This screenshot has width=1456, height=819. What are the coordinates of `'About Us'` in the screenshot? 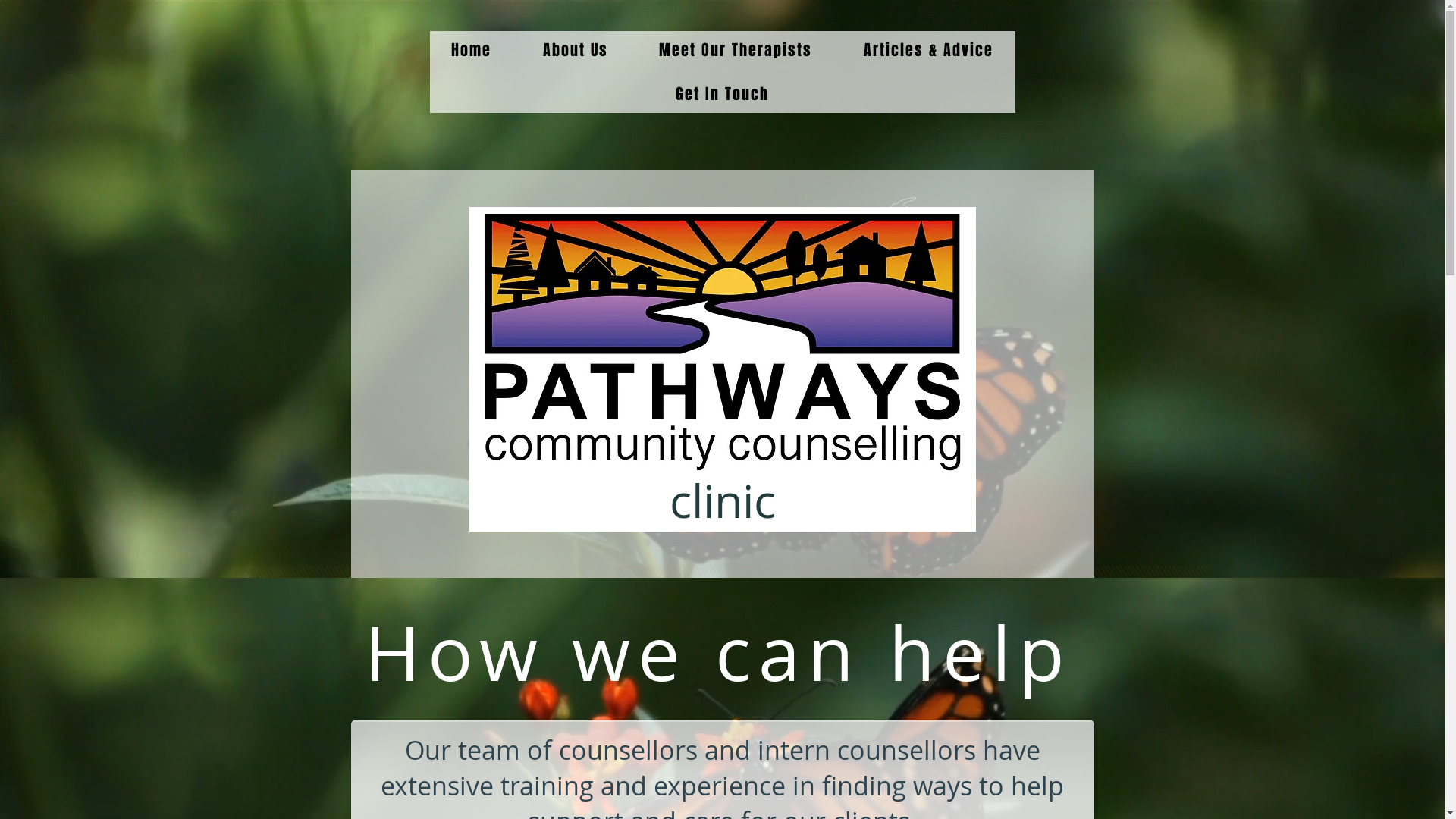 It's located at (520, 49).